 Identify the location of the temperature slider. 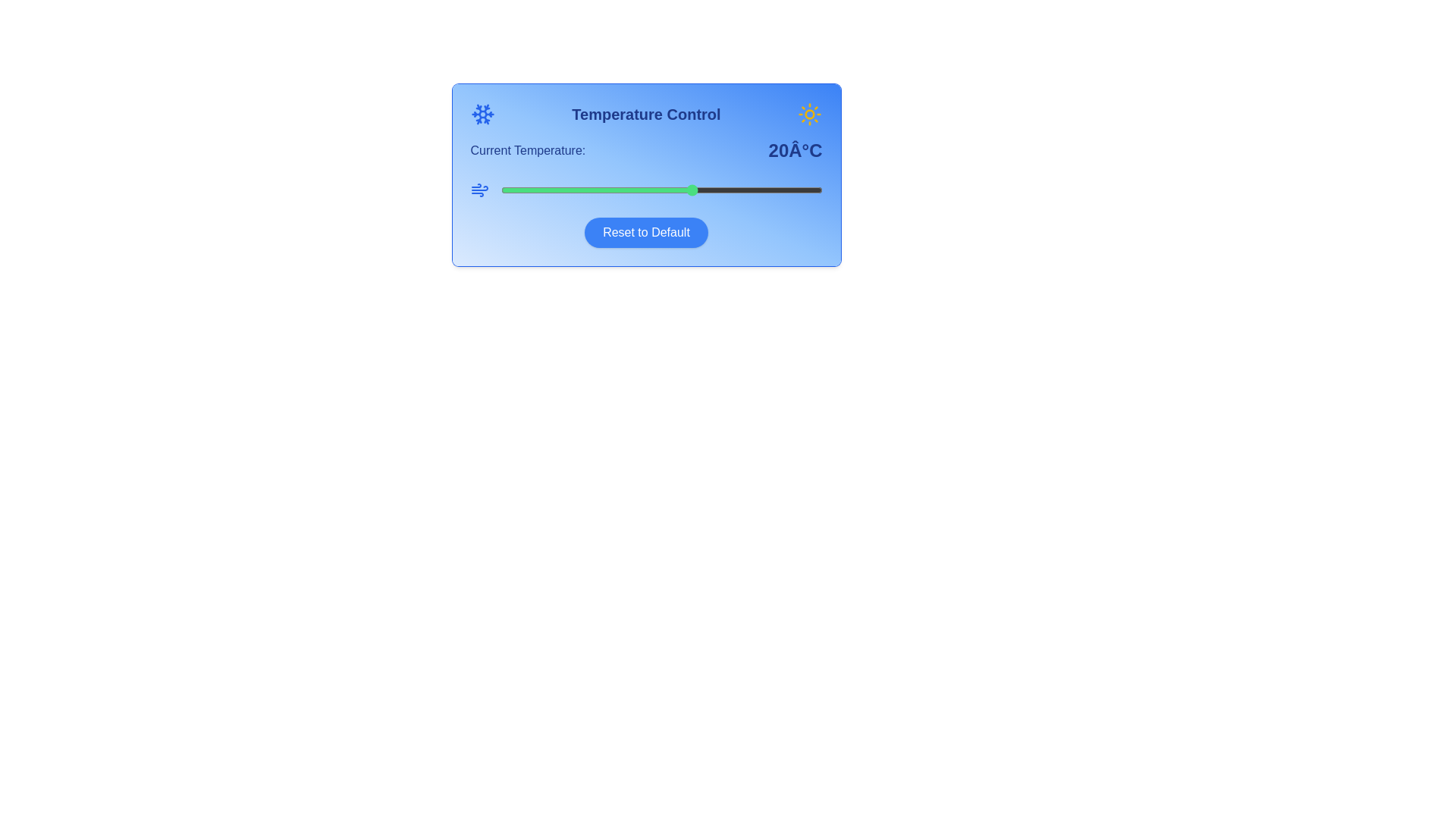
(596, 189).